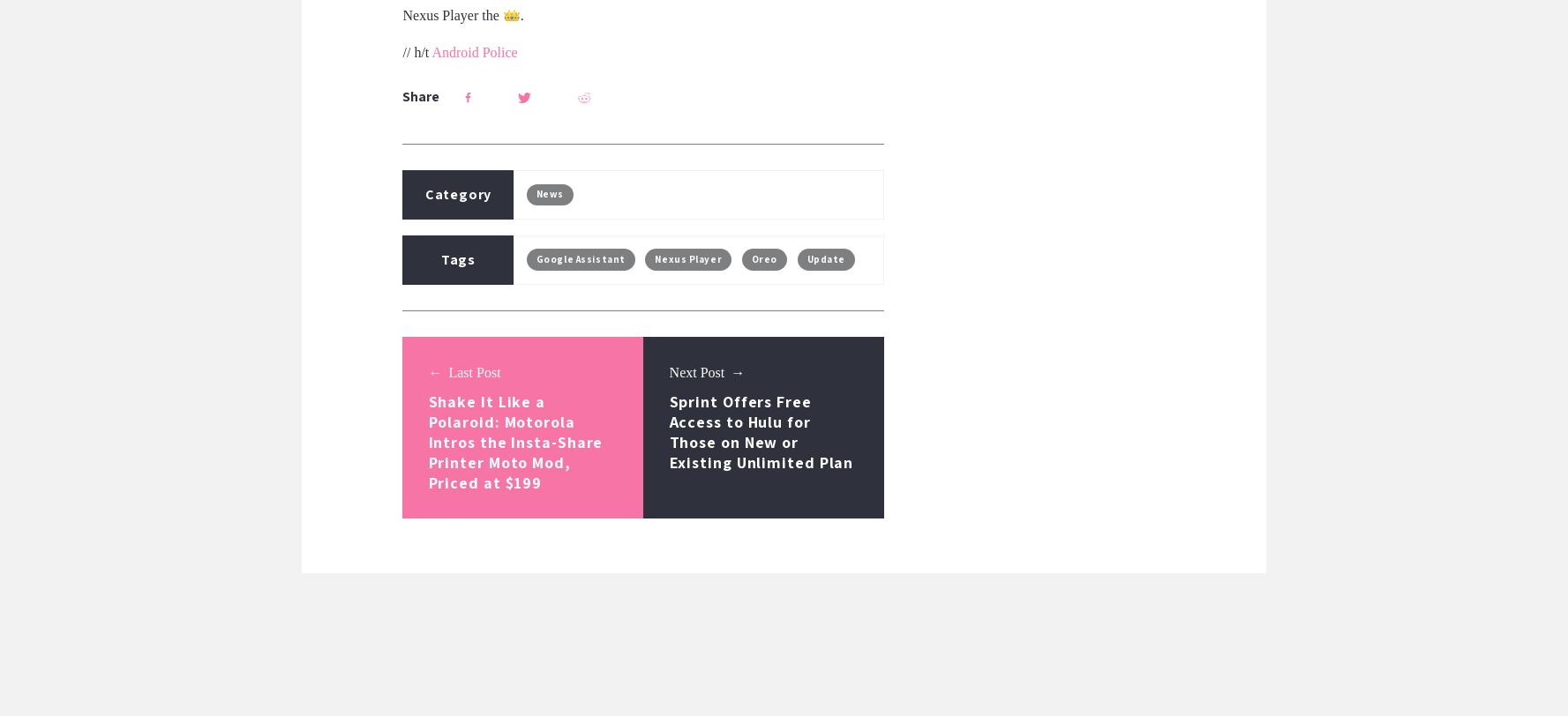 This screenshot has width=1568, height=716. Describe the element at coordinates (419, 95) in the screenshot. I see `'Share'` at that location.